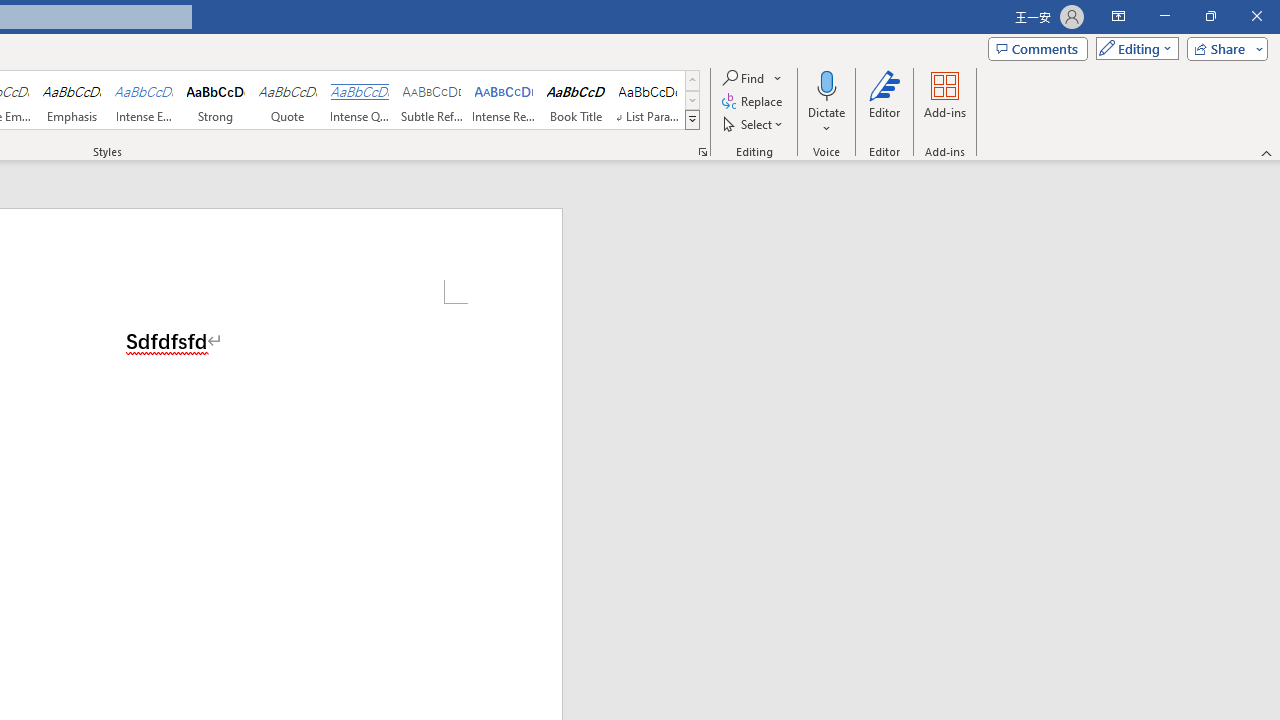  Describe the element at coordinates (826, 103) in the screenshot. I see `'Dictate'` at that location.